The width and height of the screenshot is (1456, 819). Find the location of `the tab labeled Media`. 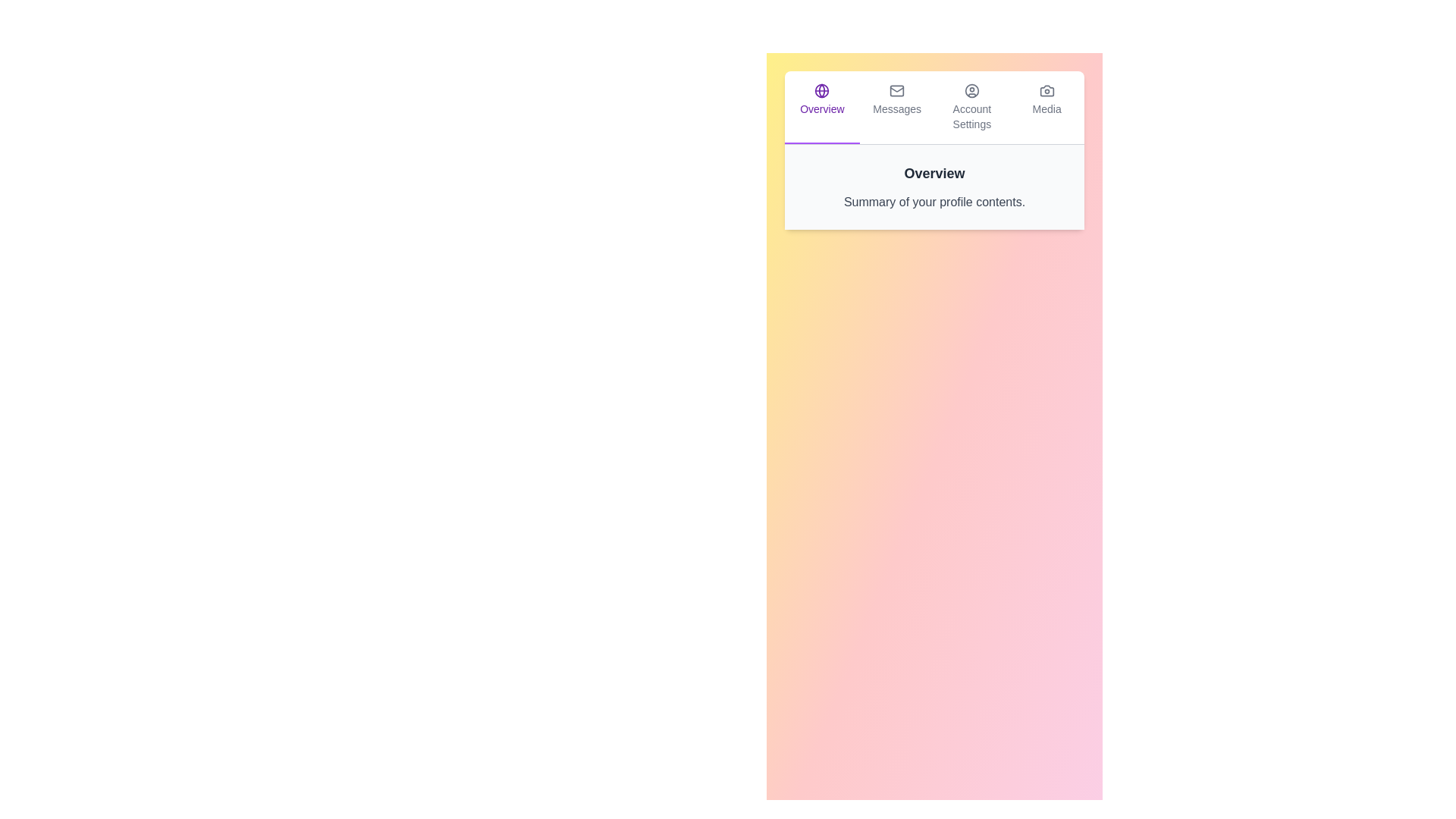

the tab labeled Media is located at coordinates (1046, 107).